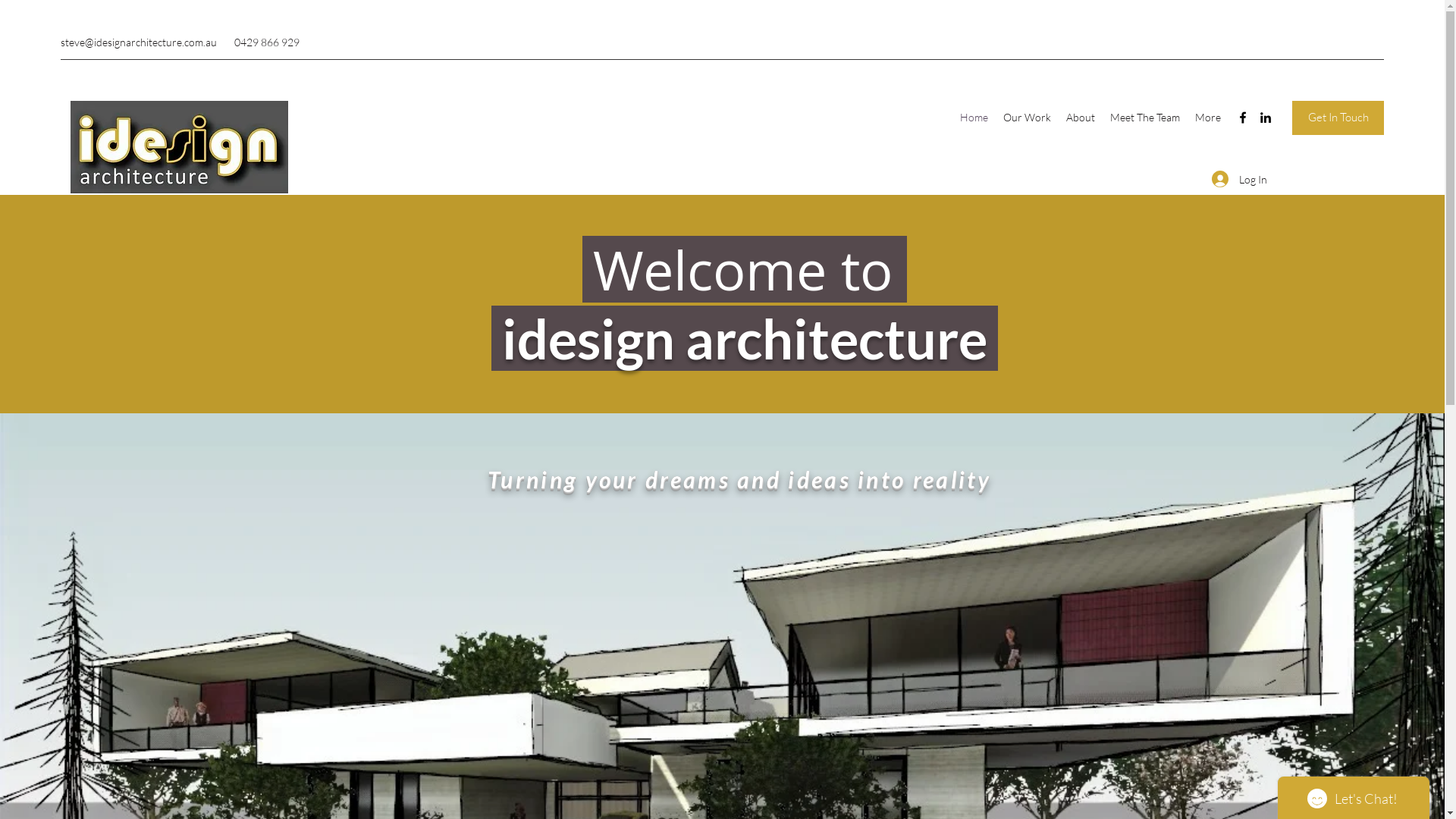 This screenshot has width=1456, height=819. I want to click on 'steve@idesignarchitecture.com.au', so click(61, 41).